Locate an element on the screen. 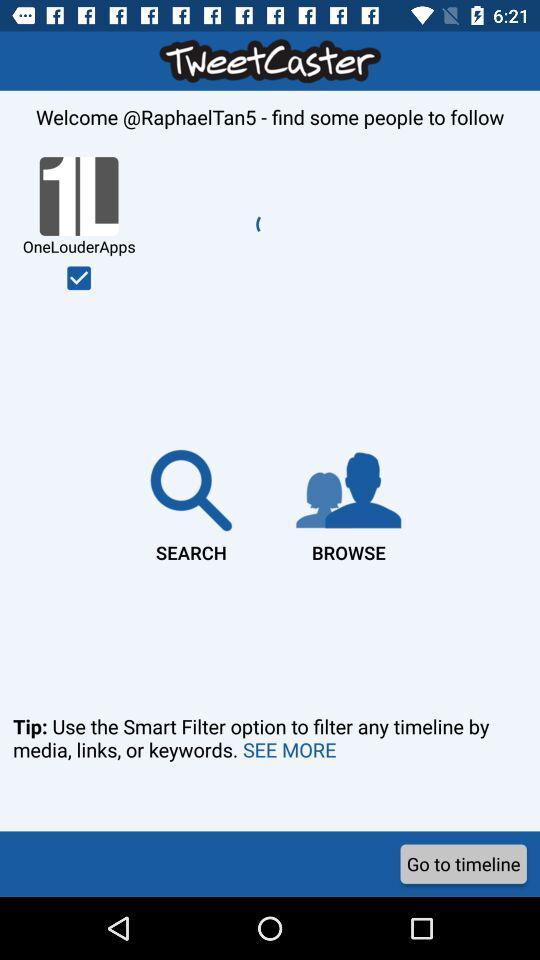  the item below the onelouderapps icon is located at coordinates (191, 501).